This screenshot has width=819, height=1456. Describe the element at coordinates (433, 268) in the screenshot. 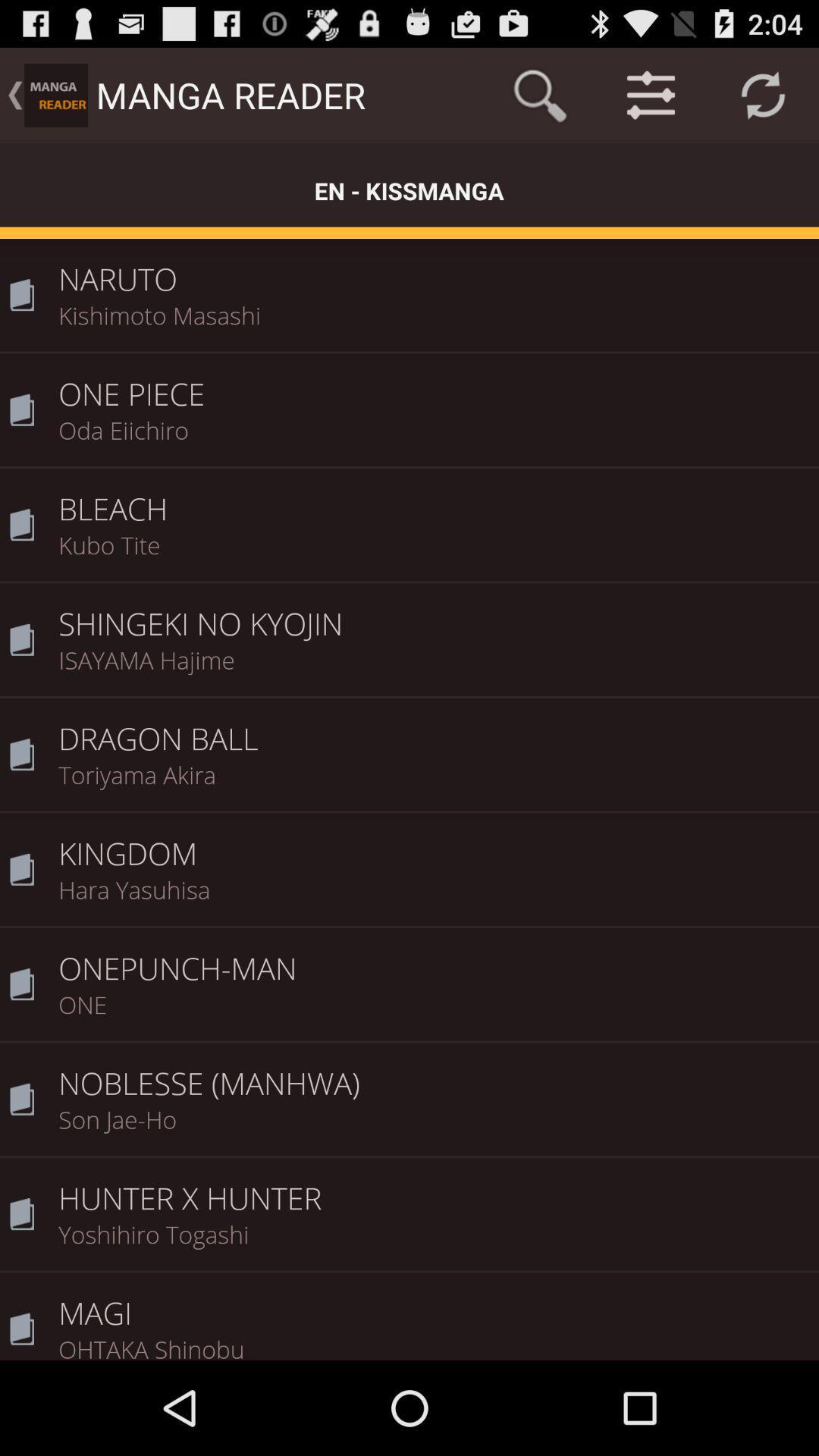

I see `the naruto icon` at that location.